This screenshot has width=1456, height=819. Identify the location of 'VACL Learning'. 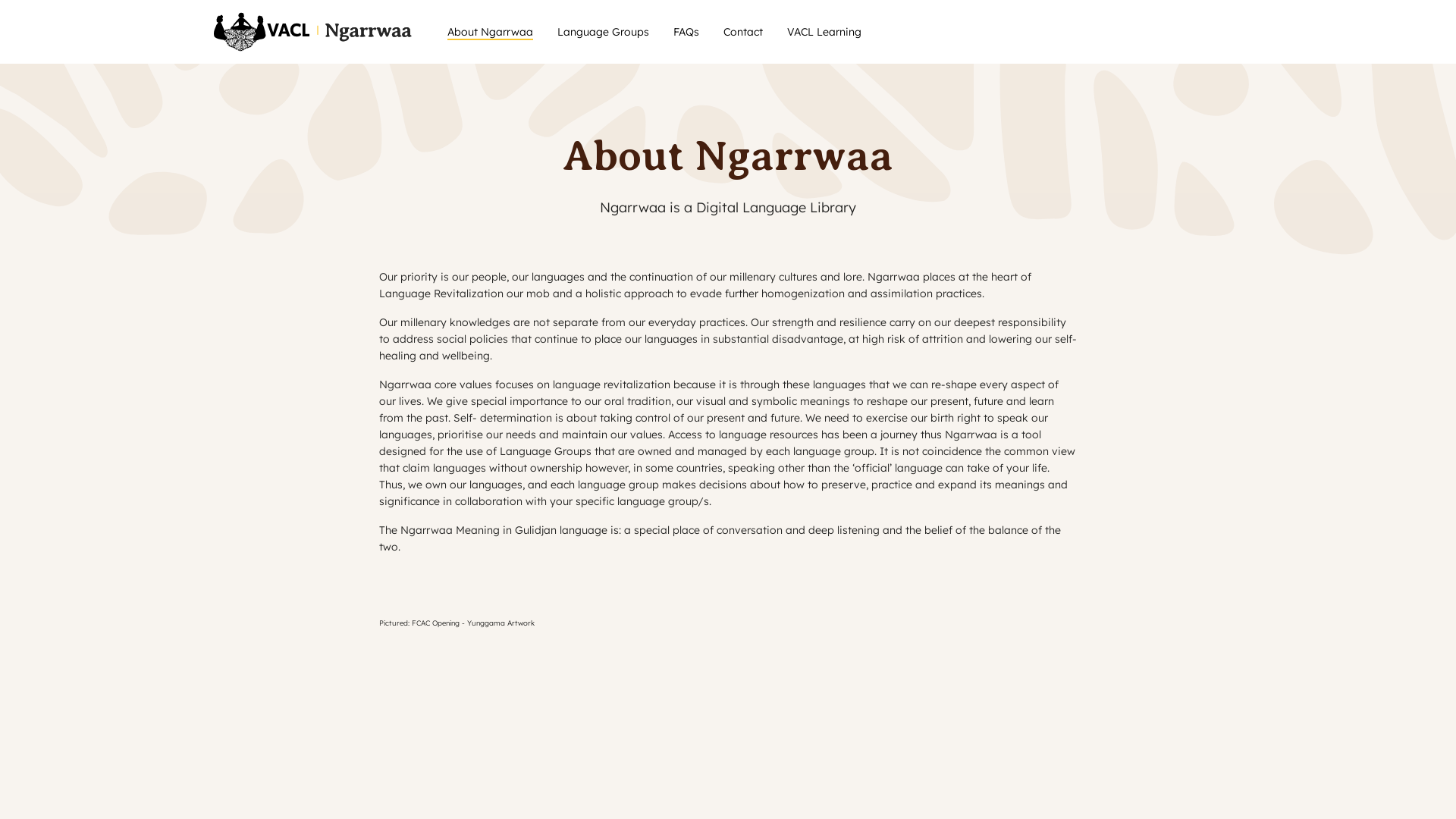
(786, 32).